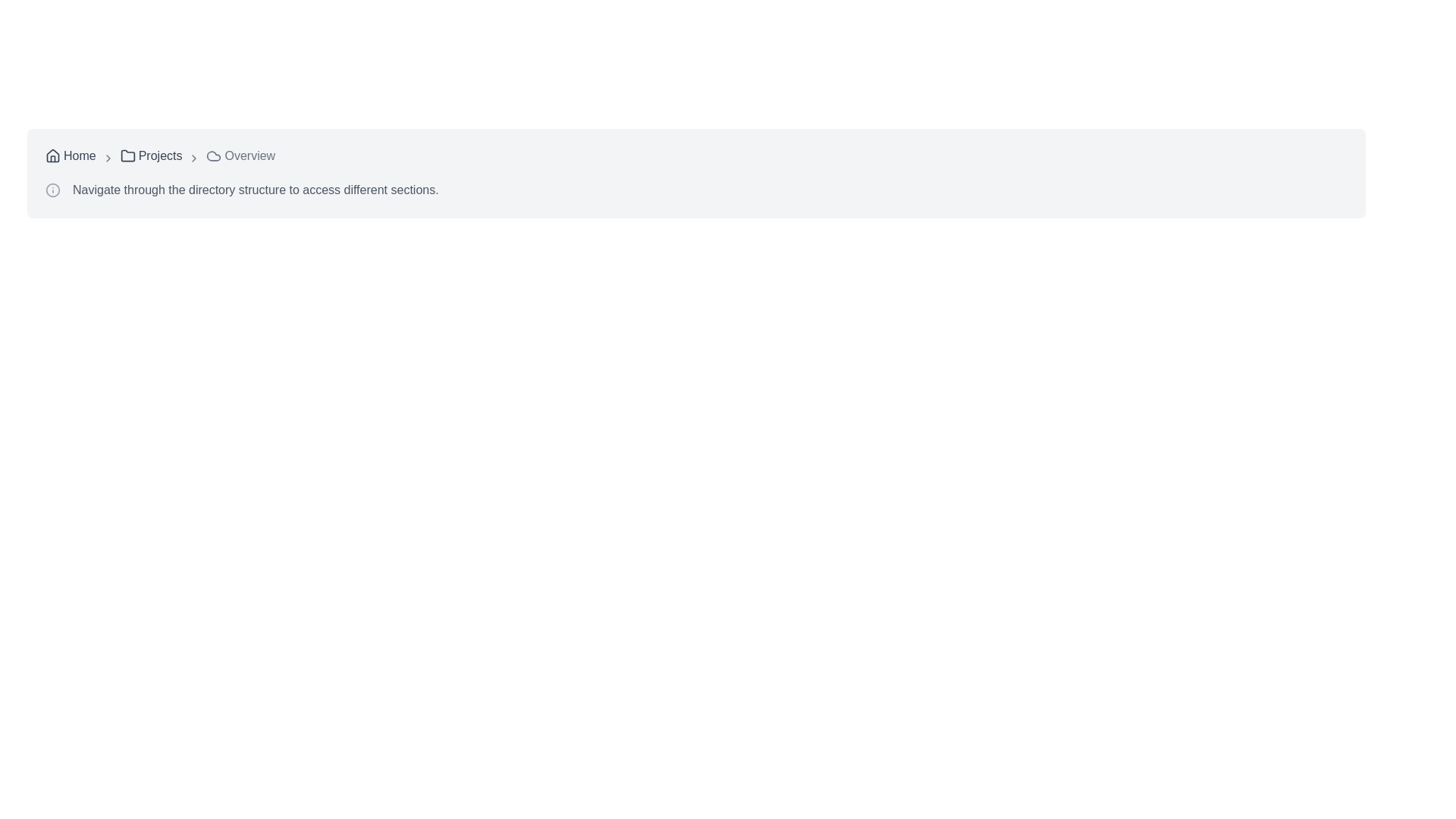 This screenshot has width=1456, height=819. Describe the element at coordinates (127, 155) in the screenshot. I see `the folder icon located in the breadcrumb navigation bar` at that location.